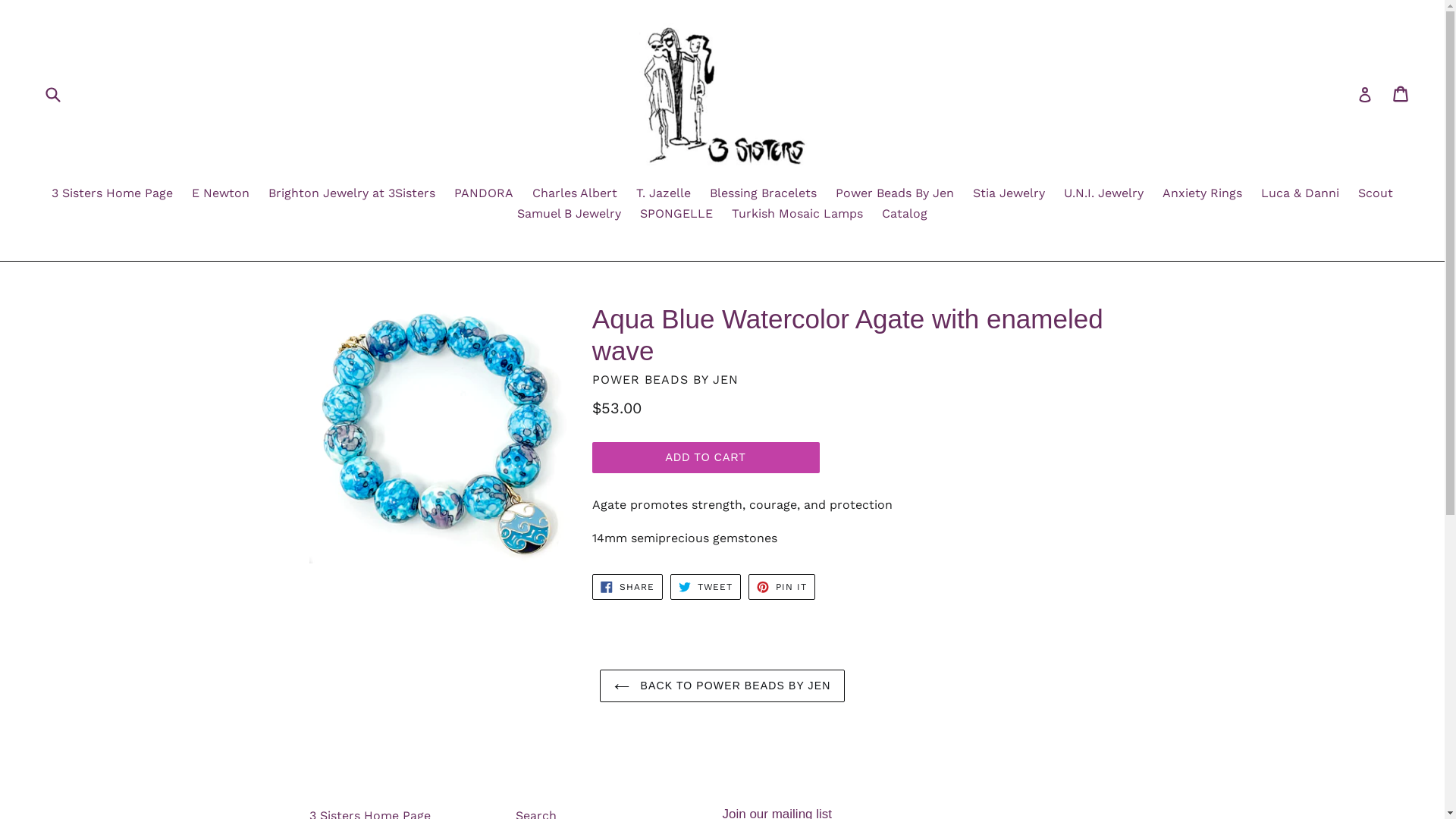 The image size is (1456, 819). What do you see at coordinates (663, 193) in the screenshot?
I see `'T. Jazelle'` at bounding box center [663, 193].